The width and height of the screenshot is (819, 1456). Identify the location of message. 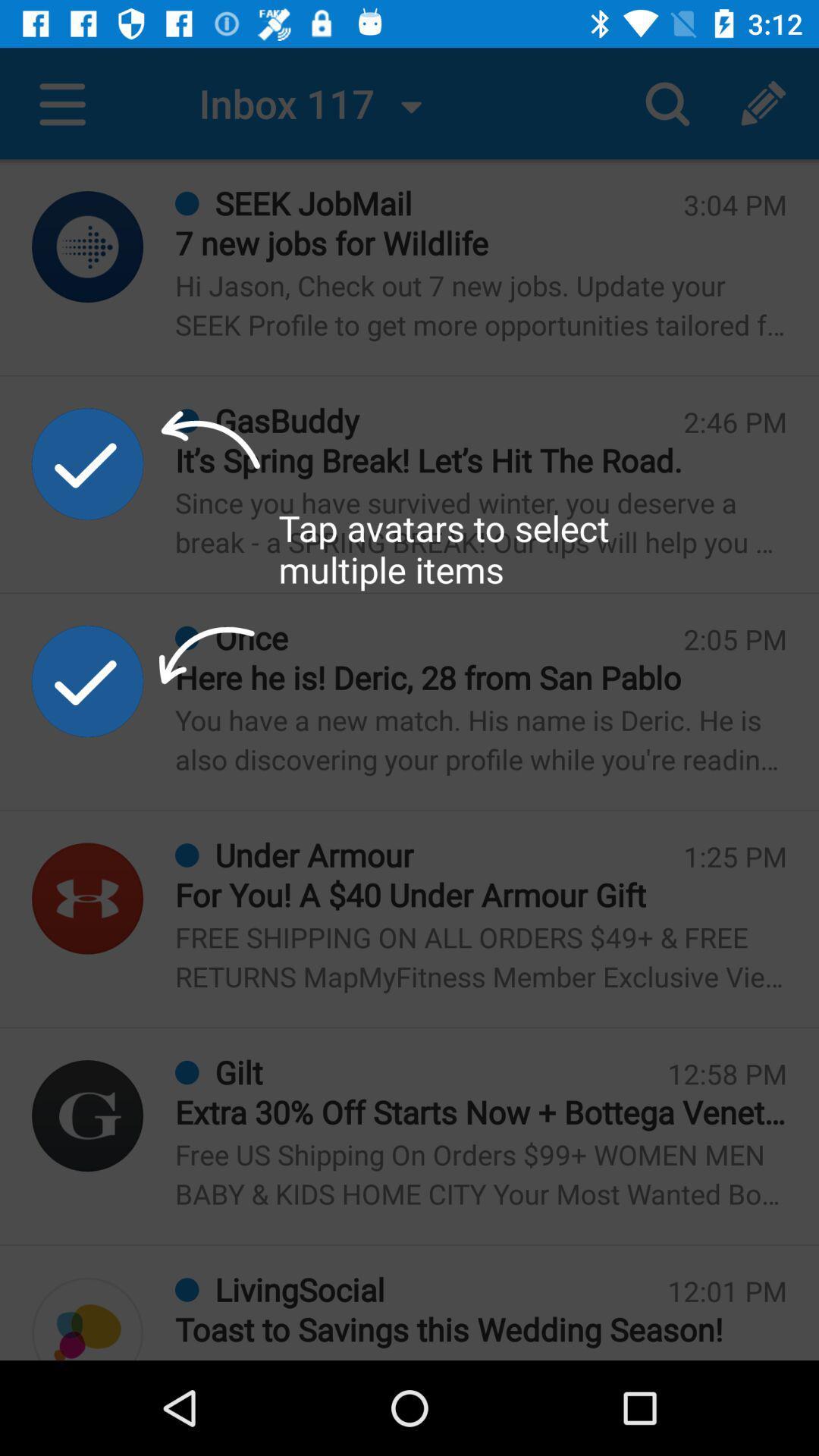
(87, 899).